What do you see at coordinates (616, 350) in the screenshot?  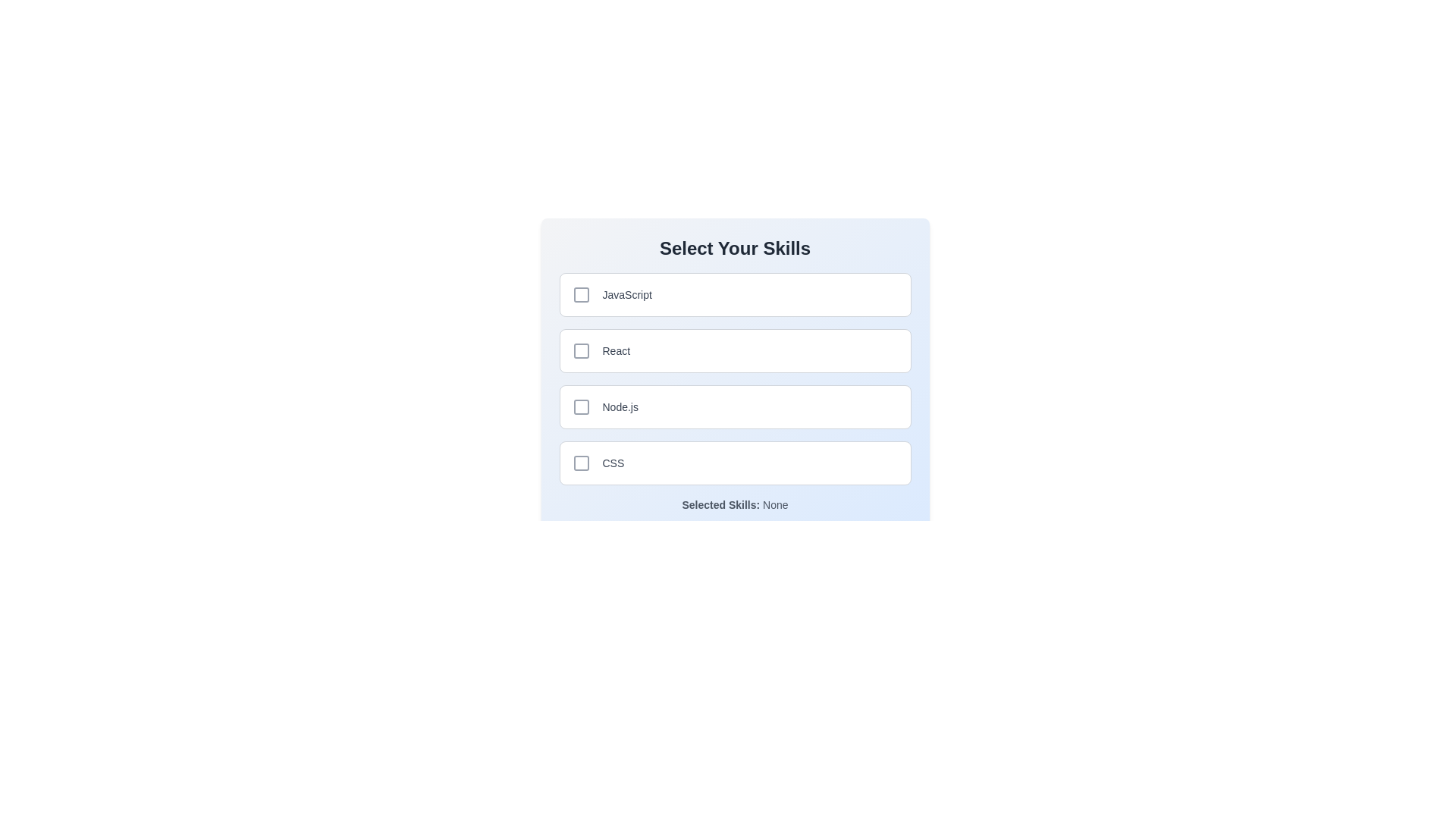 I see `text label 'React' located in the second option of the interactive list under the header 'Select Your Skills', positioned next to a checkbox` at bounding box center [616, 350].